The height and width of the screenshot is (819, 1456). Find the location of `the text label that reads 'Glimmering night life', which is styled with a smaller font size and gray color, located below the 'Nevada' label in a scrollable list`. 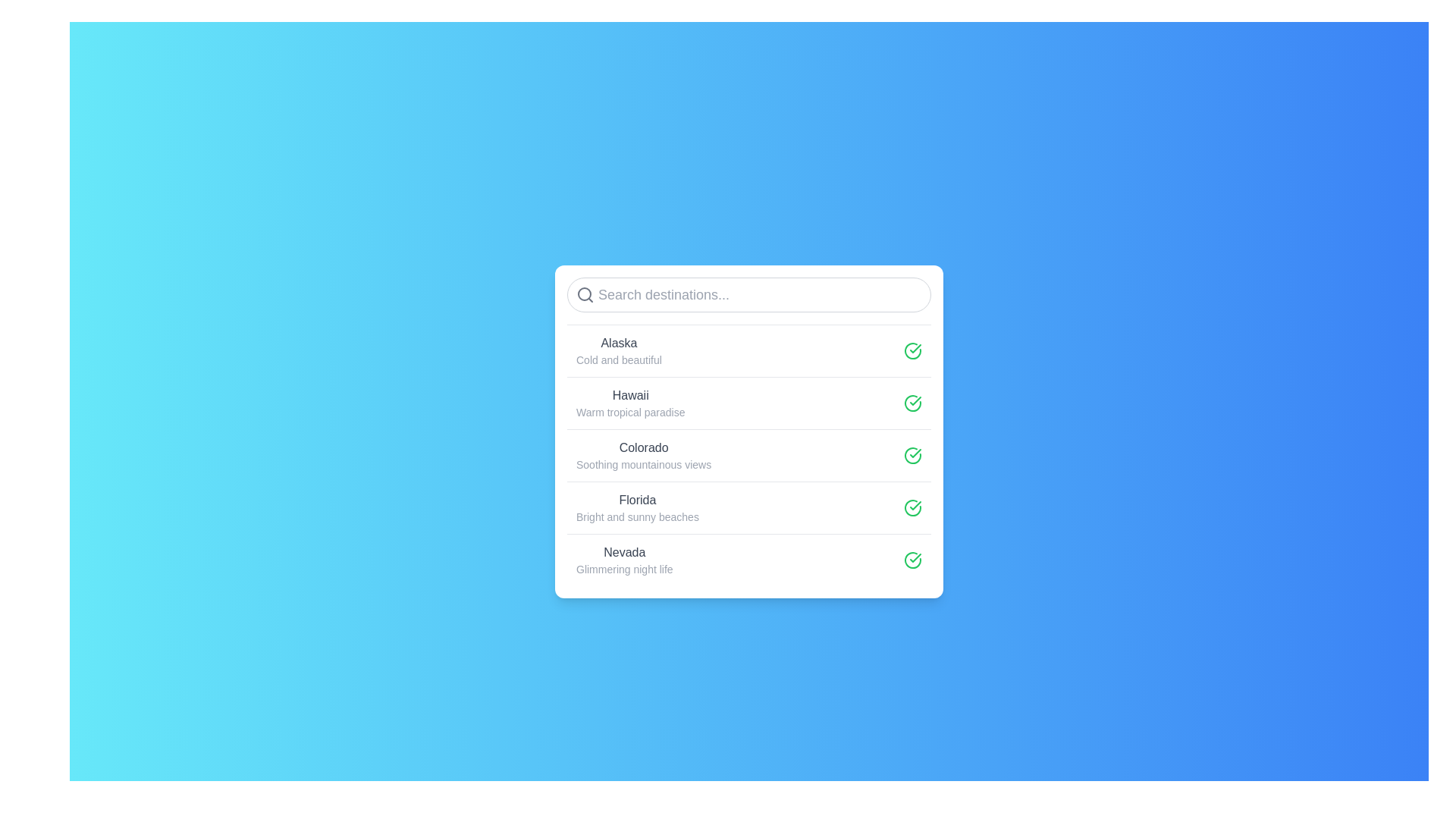

the text label that reads 'Glimmering night life', which is styled with a smaller font size and gray color, located below the 'Nevada' label in a scrollable list is located at coordinates (624, 569).